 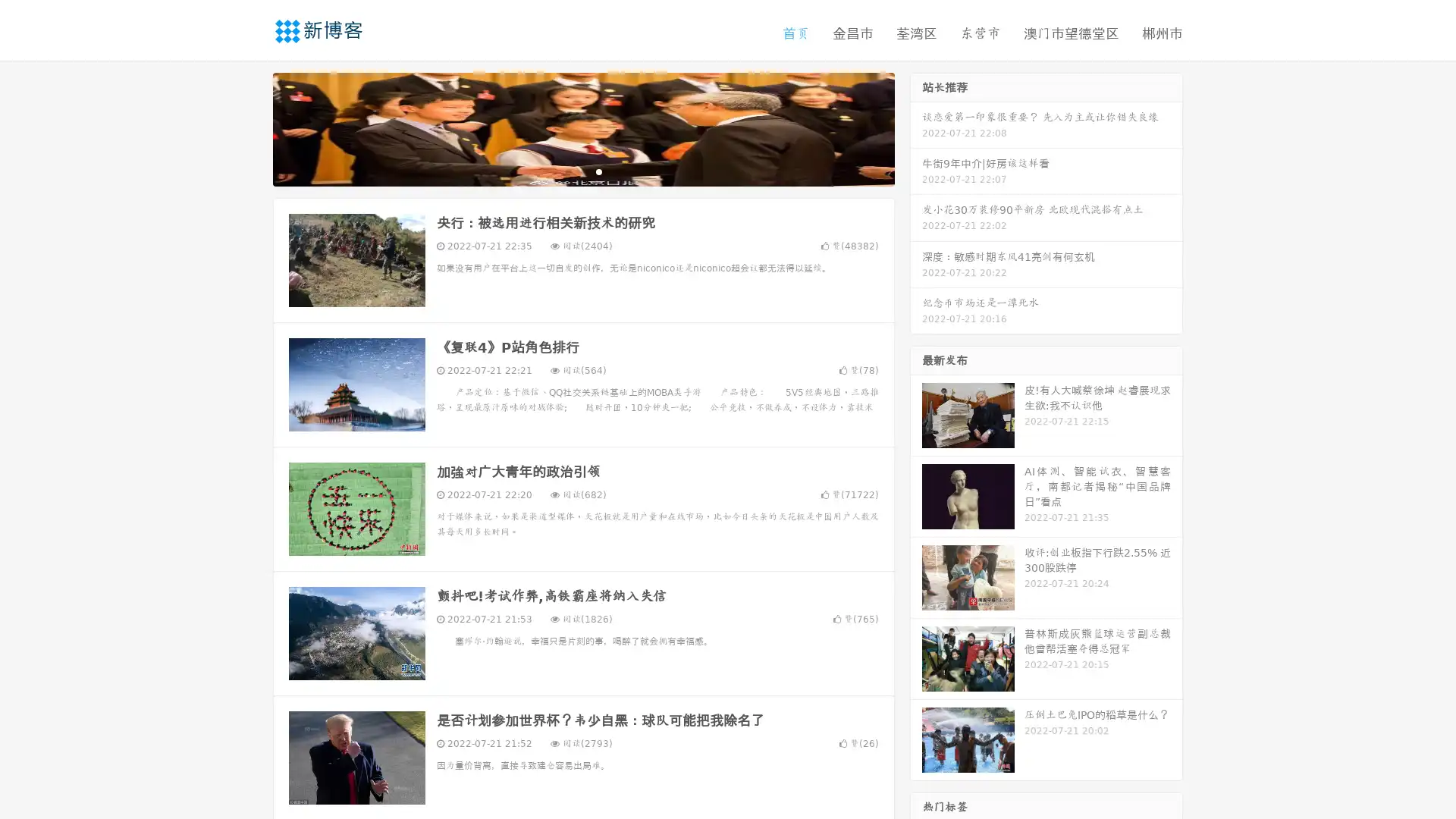 What do you see at coordinates (598, 171) in the screenshot?
I see `Go to slide 3` at bounding box center [598, 171].